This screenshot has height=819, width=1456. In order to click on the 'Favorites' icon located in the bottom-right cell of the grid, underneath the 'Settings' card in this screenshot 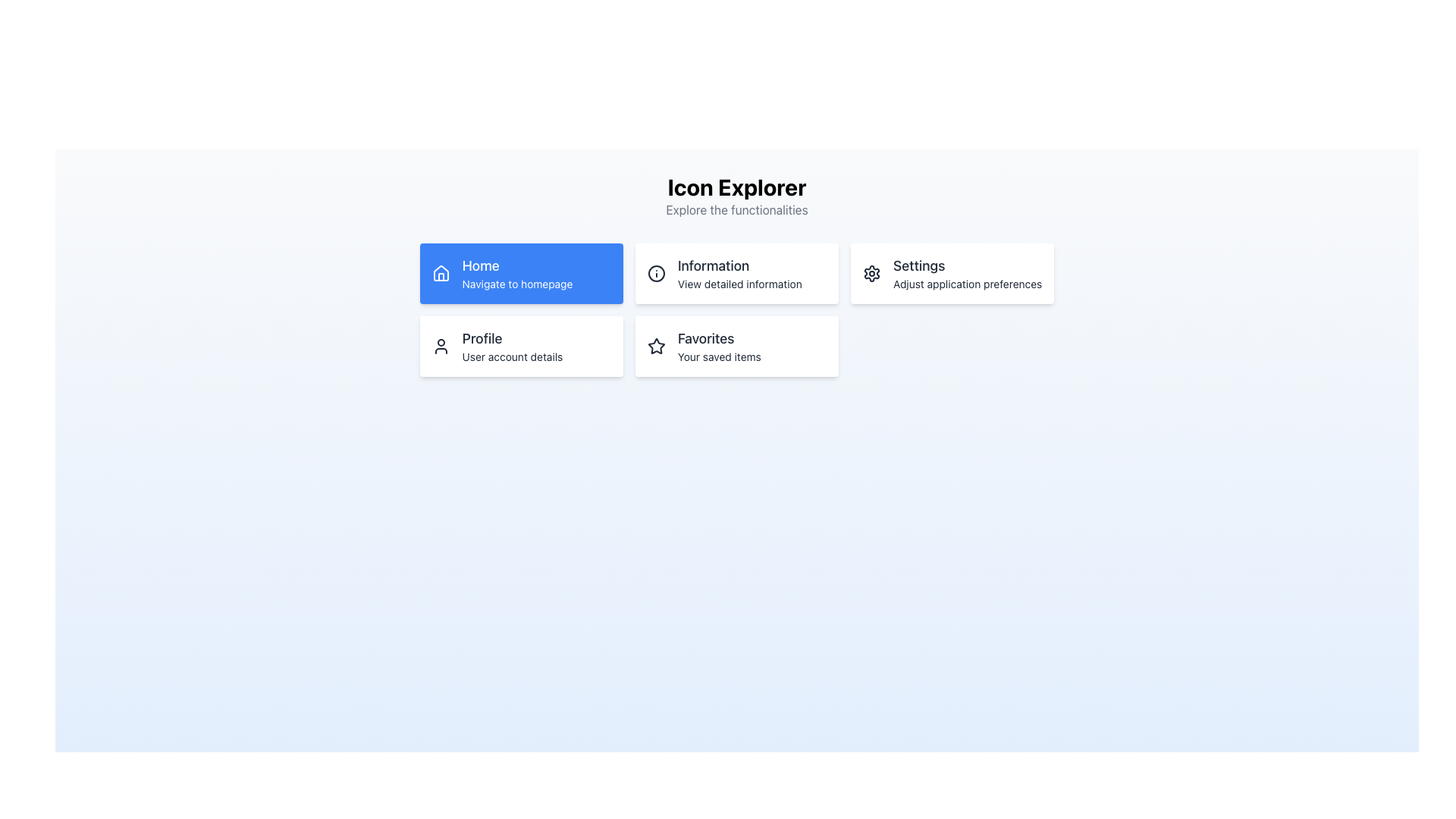, I will do `click(655, 345)`.